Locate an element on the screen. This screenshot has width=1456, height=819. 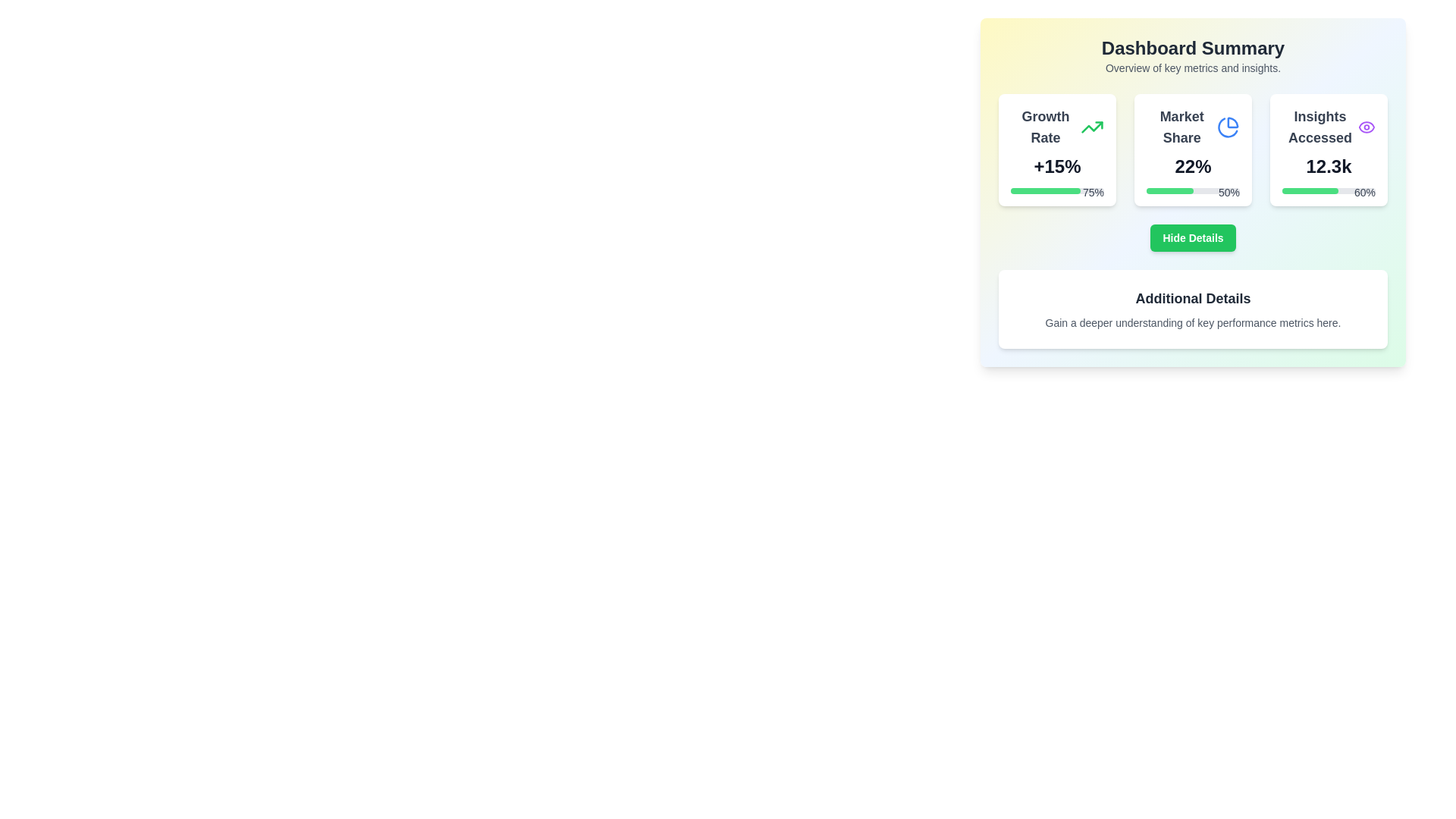
completion percentage from the progress bar located in the bottom portion of the 'Insights Accessed' card, which indicates 60% completion with the text '60%' displayed to the right is located at coordinates (1328, 190).